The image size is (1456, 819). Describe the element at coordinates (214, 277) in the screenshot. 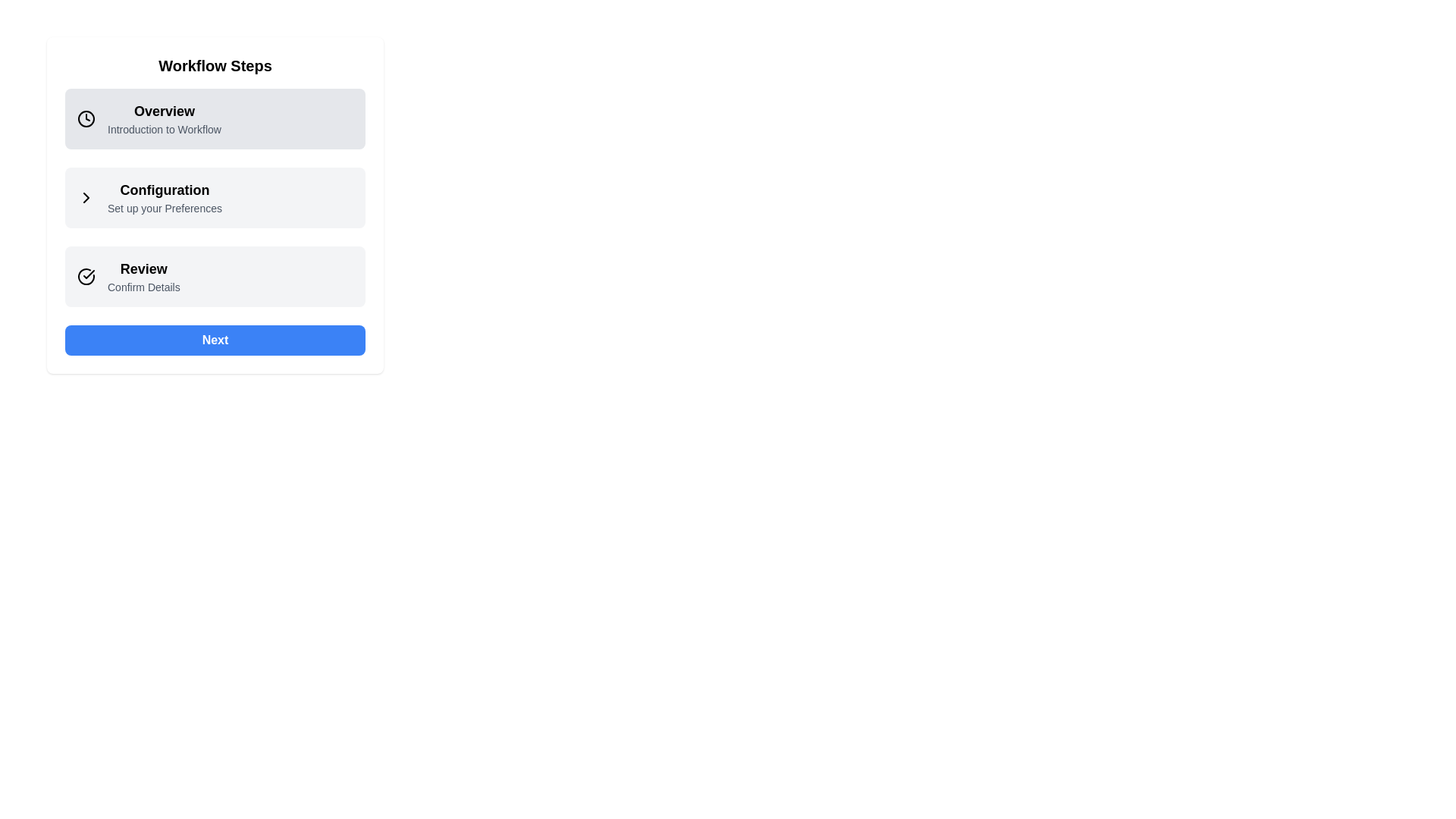

I see `the 'Review' step in the workflow interface, which is the third item in the vertical list of elements titled 'Workflow Steps', providing additional information 'Confirm Details'` at that location.